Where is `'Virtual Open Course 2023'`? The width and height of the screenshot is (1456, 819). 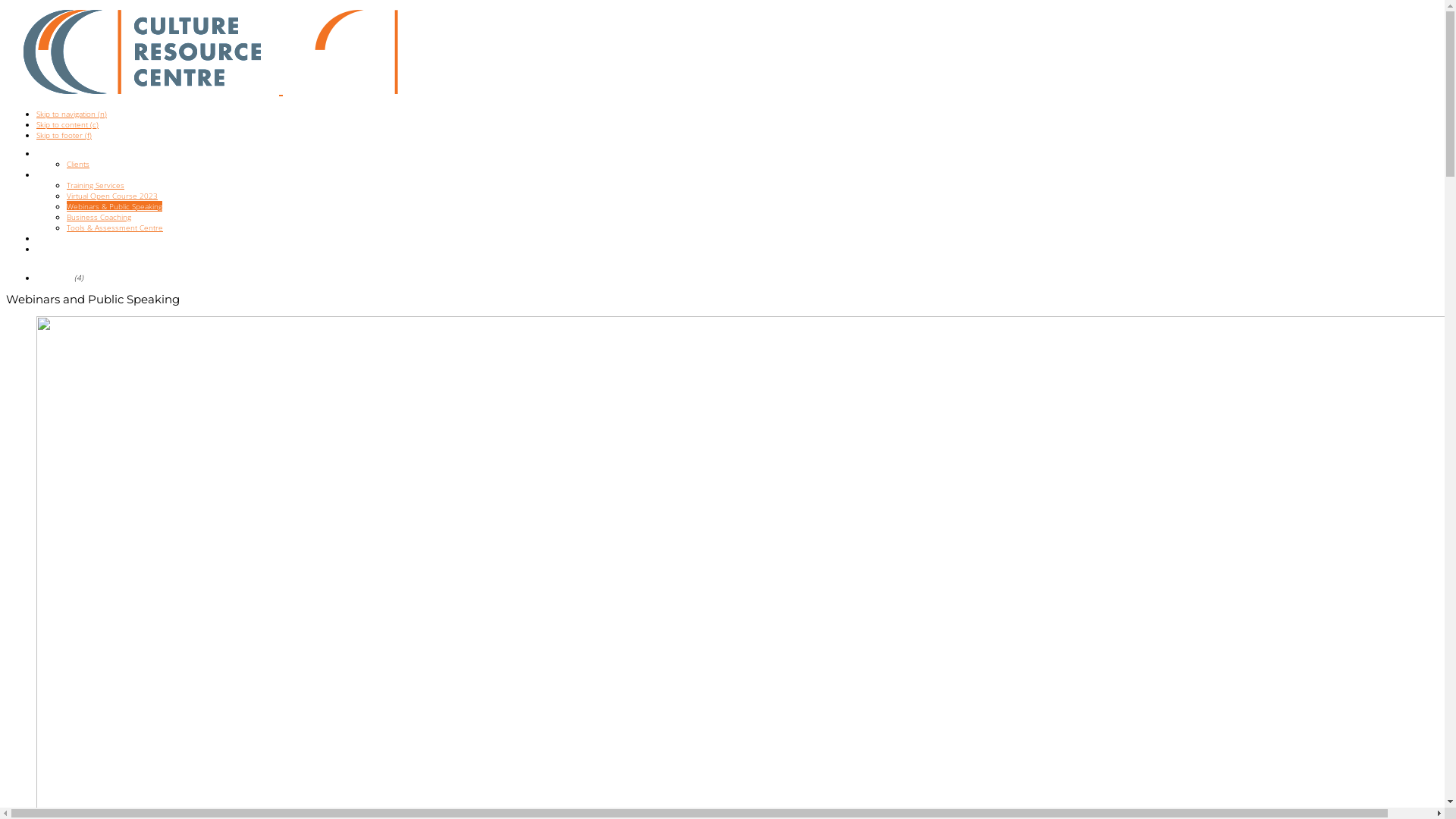 'Virtual Open Course 2023' is located at coordinates (111, 195).